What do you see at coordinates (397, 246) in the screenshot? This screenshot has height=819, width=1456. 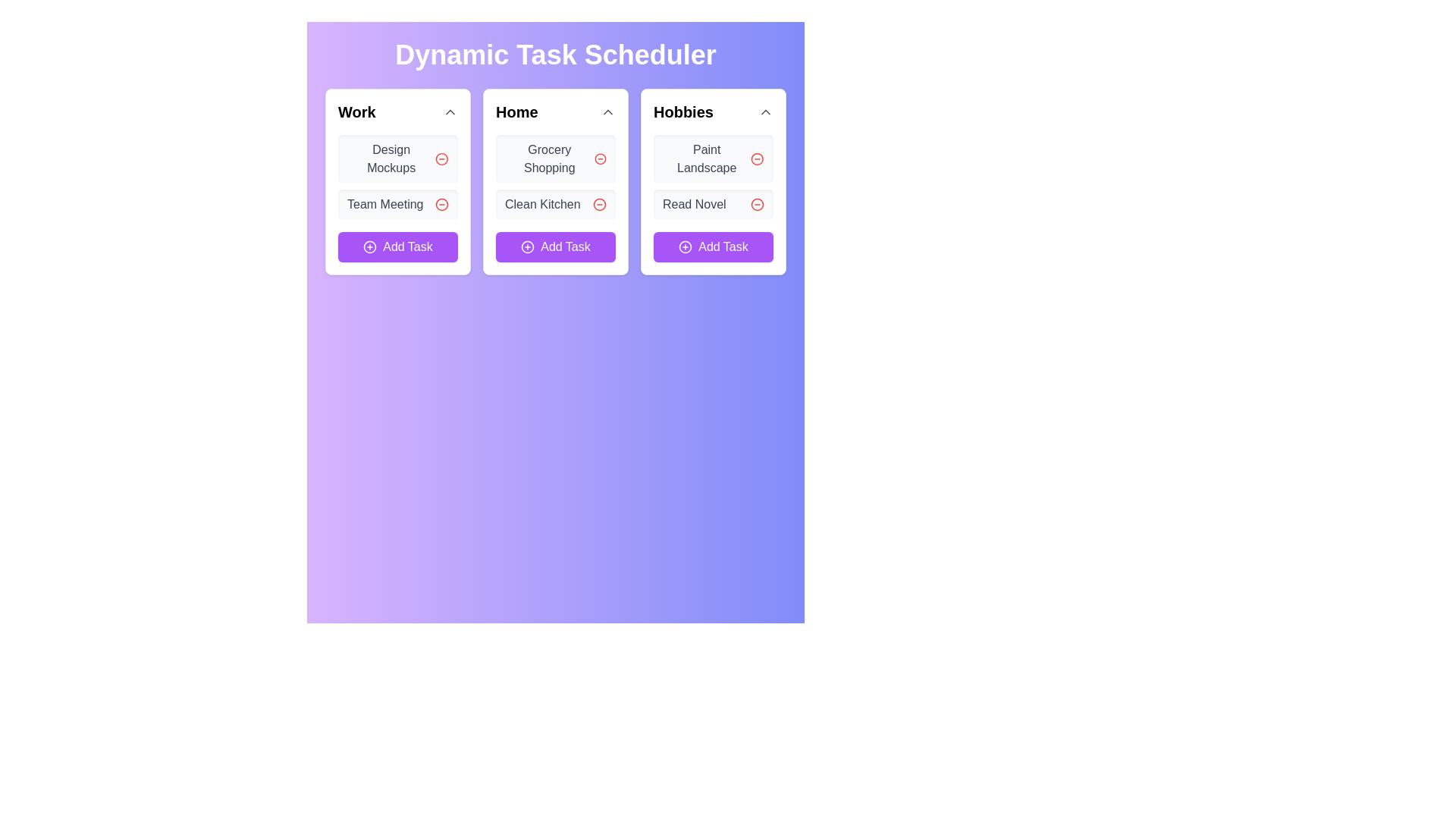 I see `the button located at the bottom of the 'Work' card` at bounding box center [397, 246].